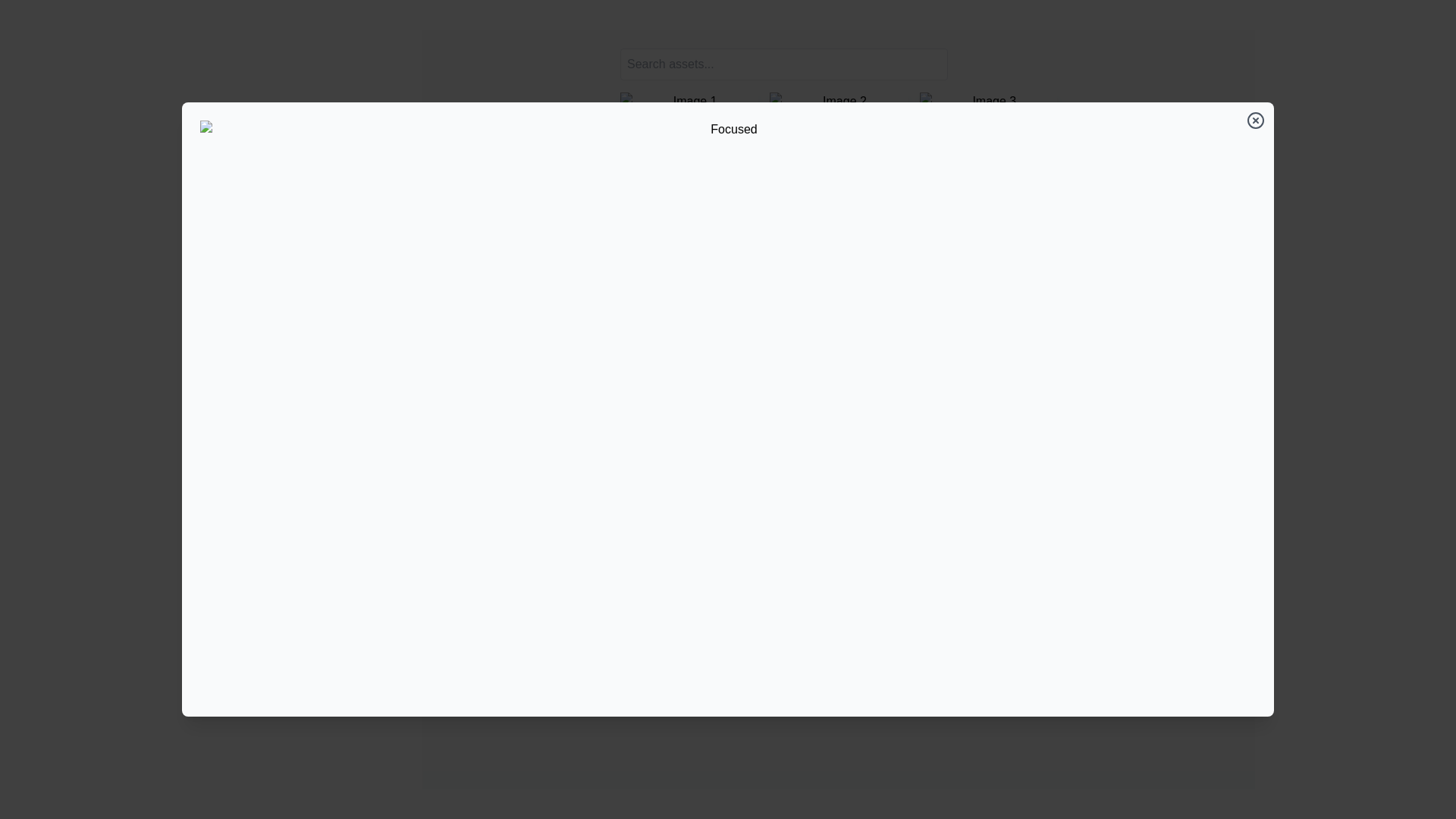 The height and width of the screenshot is (819, 1456). I want to click on the Thumbnail card displaying 'Image 1', which is the first item in the grid layout with a small thumbnail image on the left and text on the right, so click(688, 102).